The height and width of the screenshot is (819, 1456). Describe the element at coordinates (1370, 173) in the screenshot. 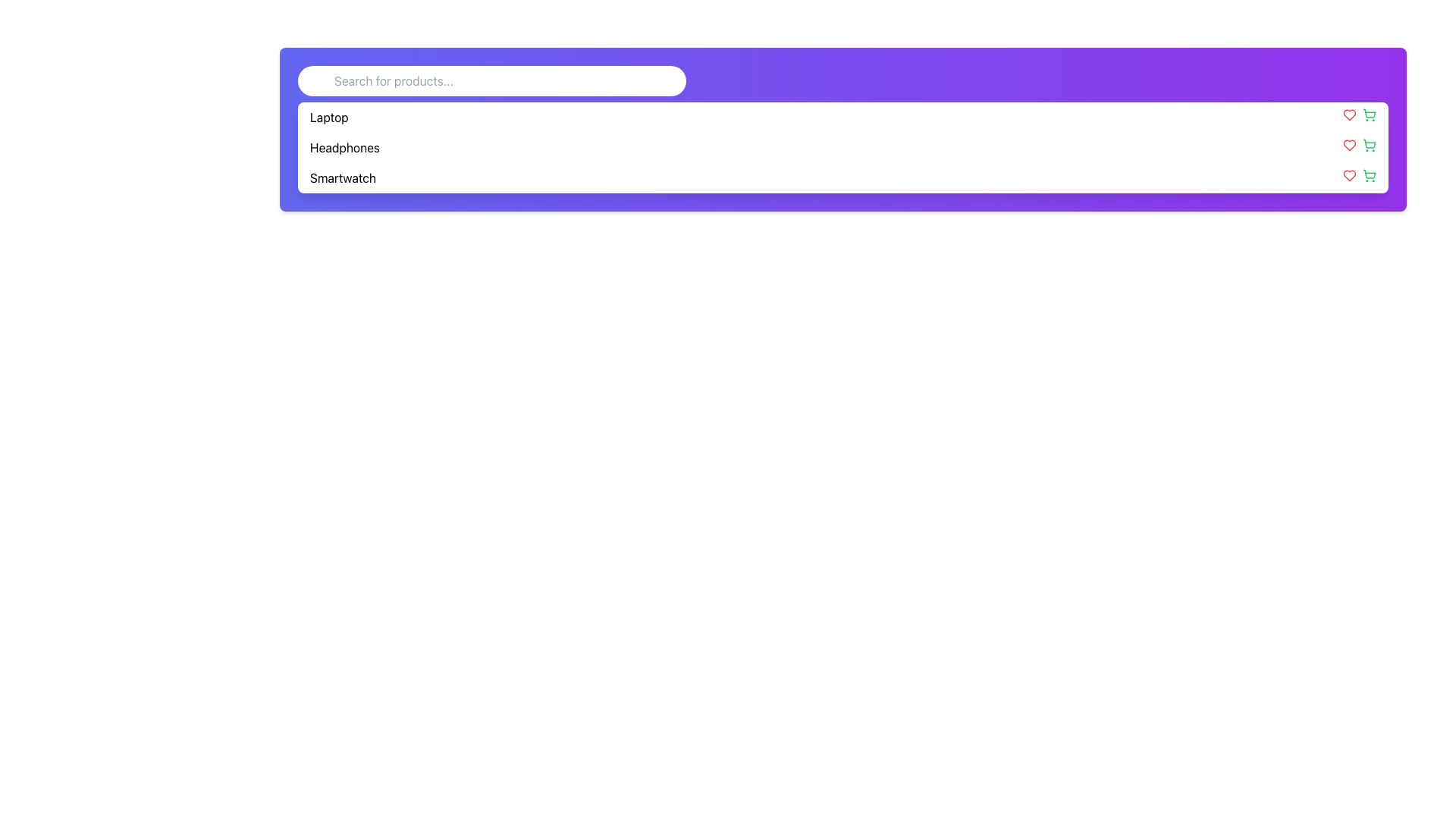

I see `the green outline of the shopping cart icon located on the far-right side of the row associated with the 'Smartwatch' item` at that location.